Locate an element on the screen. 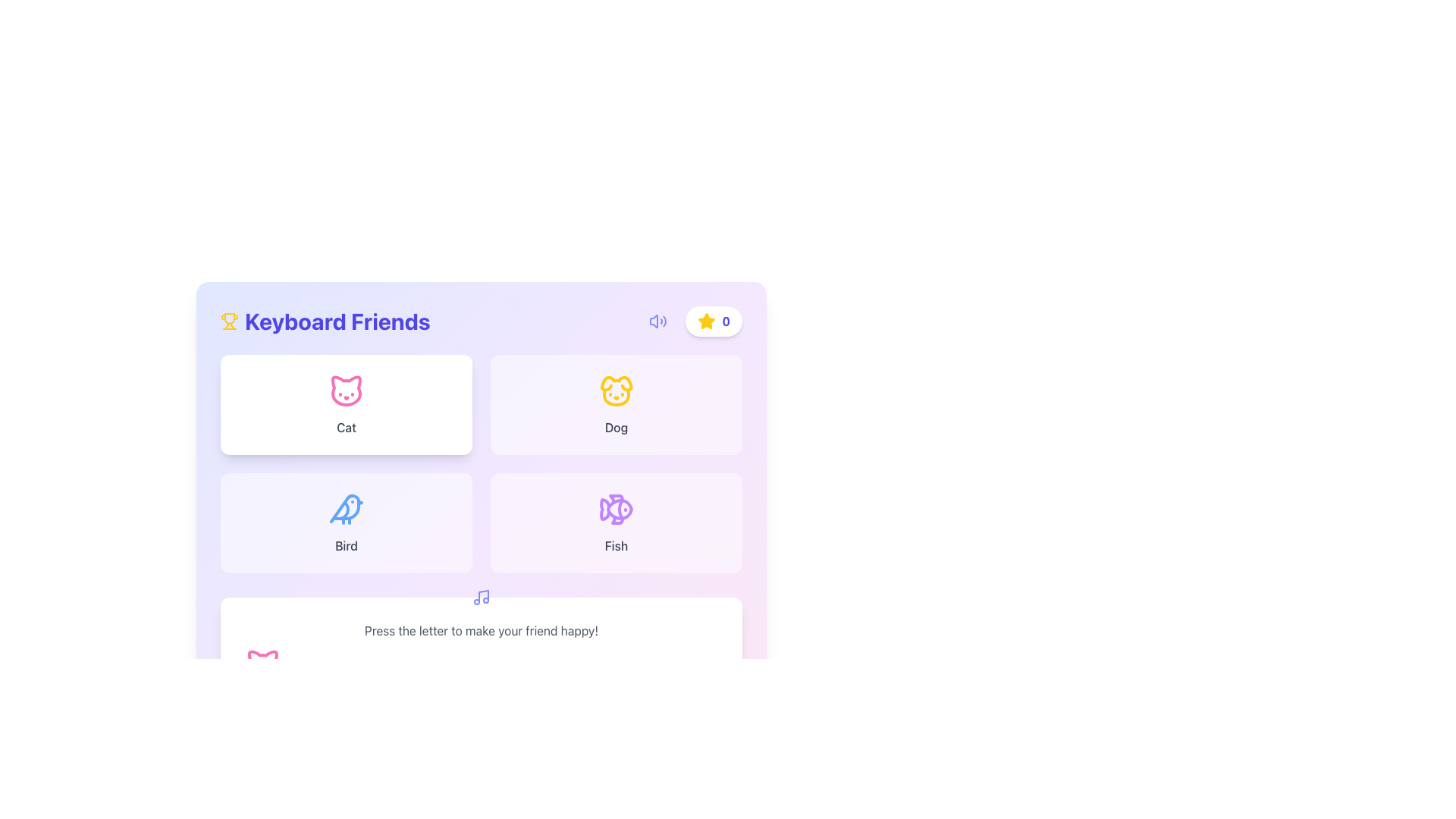 This screenshot has height=819, width=1456. the text label containing the word 'Dog', which is styled with a medium-weight font and gray color, positioned below a yellow dog icon in the third card of the first row is located at coordinates (616, 427).